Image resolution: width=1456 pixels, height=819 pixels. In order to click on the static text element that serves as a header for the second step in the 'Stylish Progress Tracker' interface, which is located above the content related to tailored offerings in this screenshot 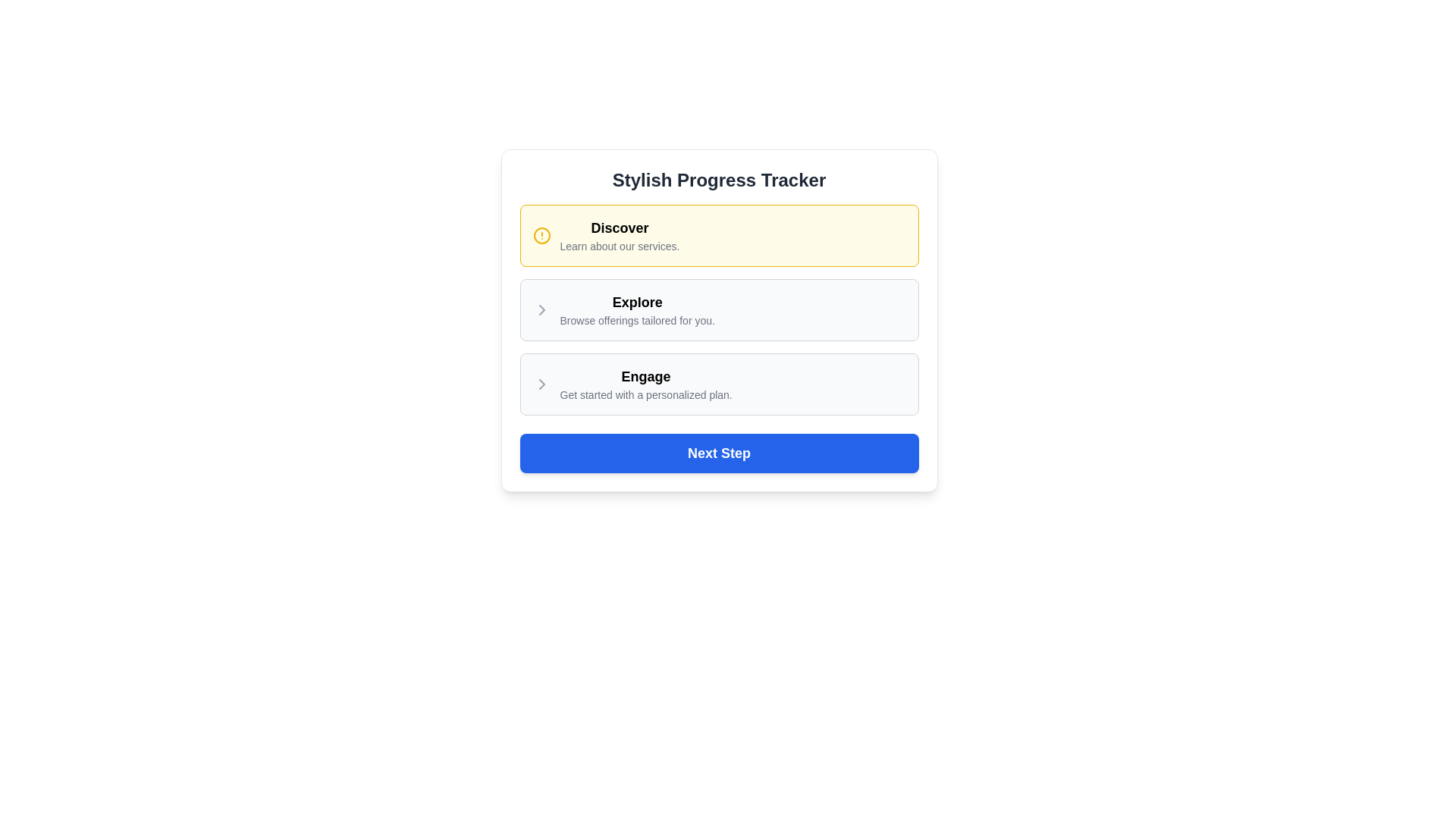, I will do `click(637, 302)`.